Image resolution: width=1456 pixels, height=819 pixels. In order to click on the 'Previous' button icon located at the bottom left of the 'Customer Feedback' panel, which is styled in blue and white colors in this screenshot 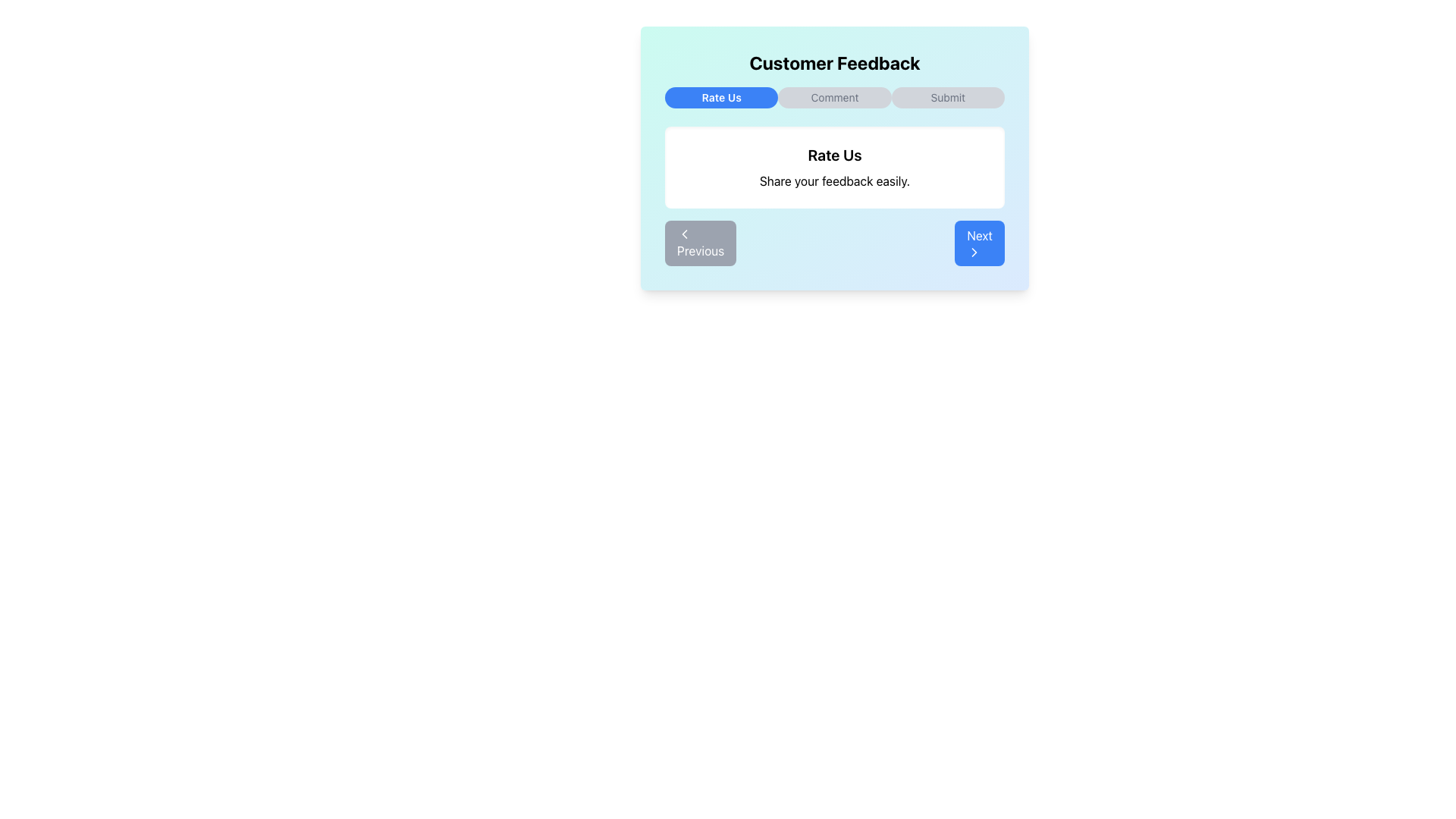, I will do `click(683, 234)`.